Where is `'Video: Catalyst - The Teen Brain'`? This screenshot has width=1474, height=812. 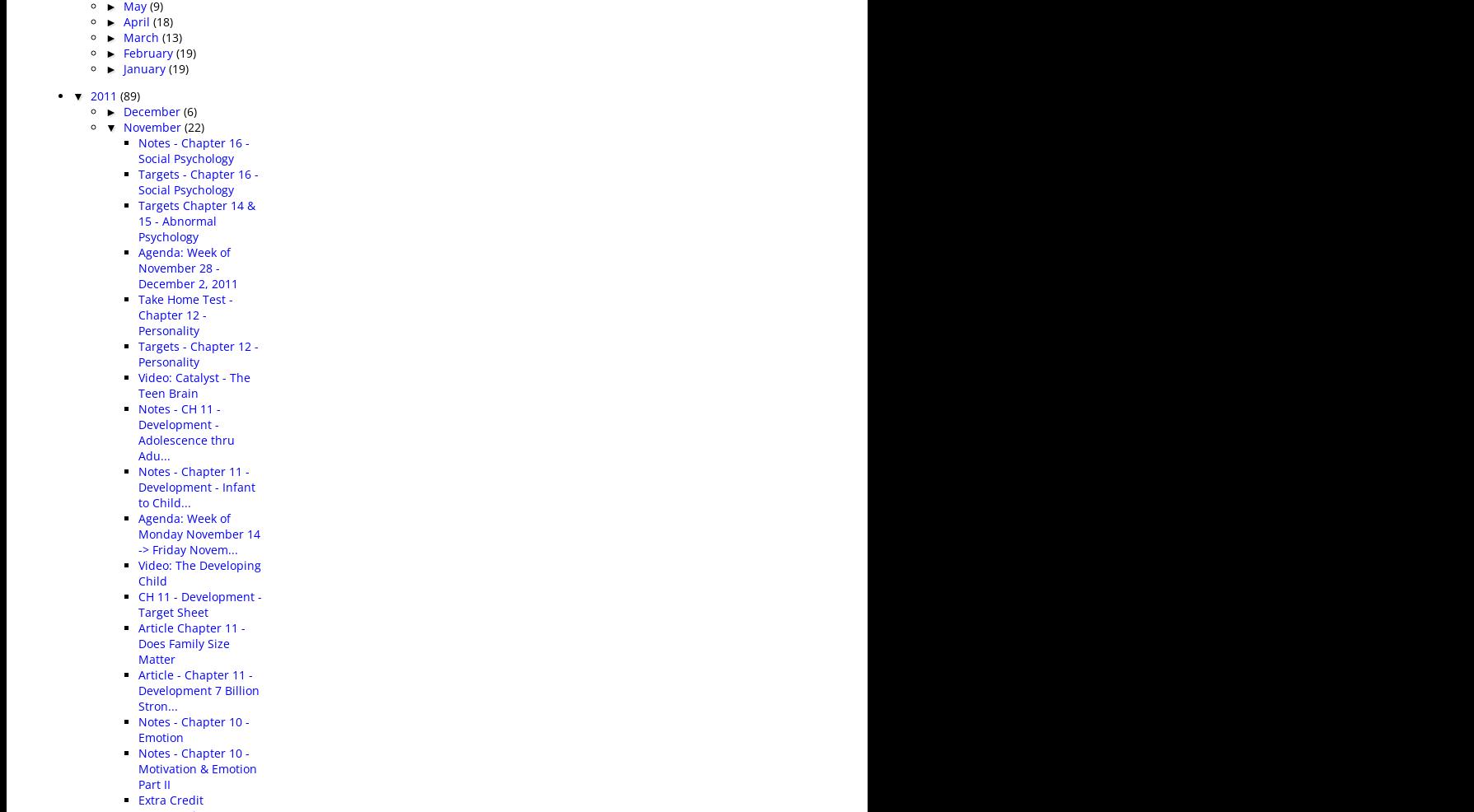
'Video: Catalyst - The Teen Brain' is located at coordinates (194, 384).